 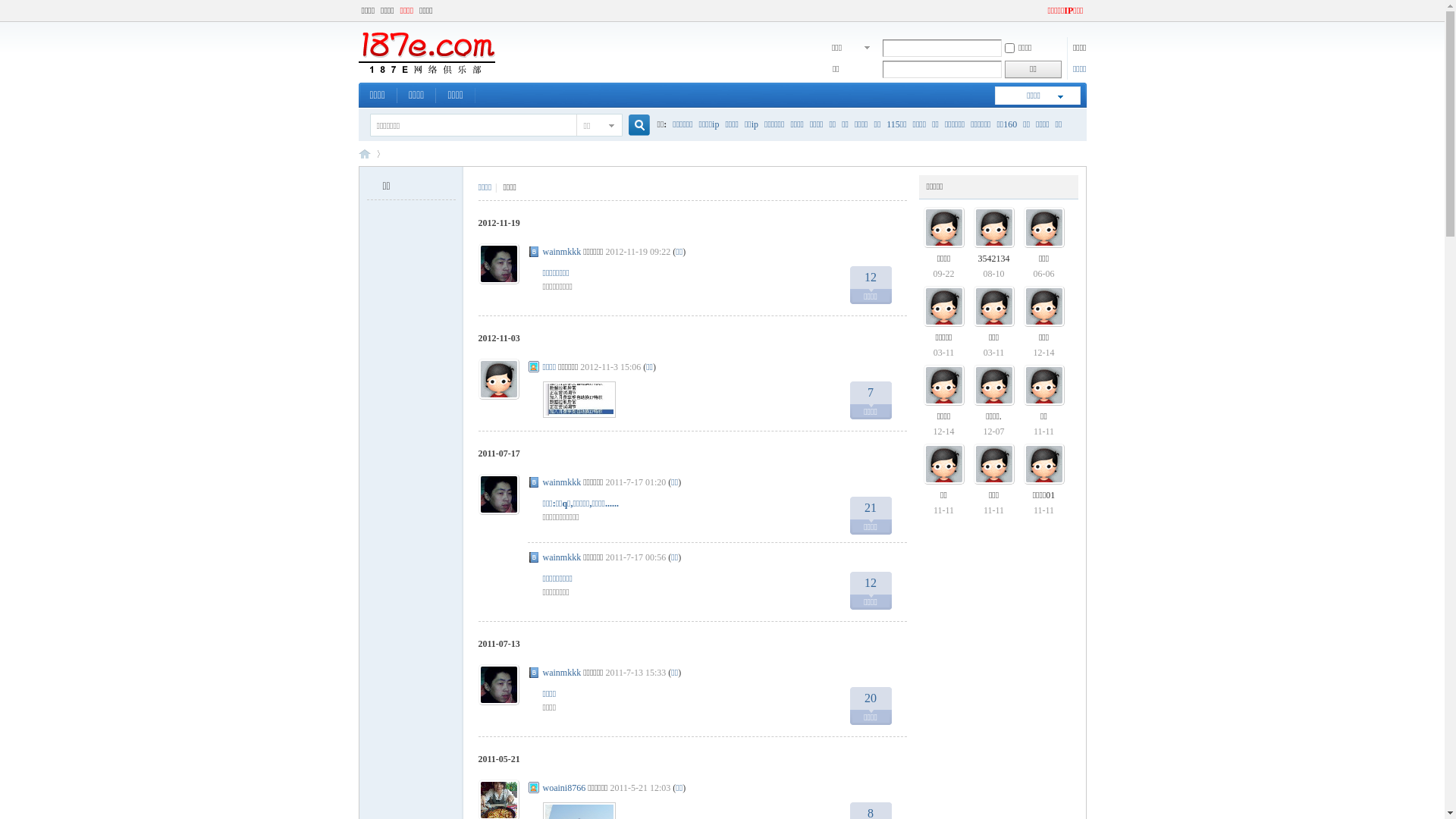 What do you see at coordinates (561, 250) in the screenshot?
I see `'wainmkkk'` at bounding box center [561, 250].